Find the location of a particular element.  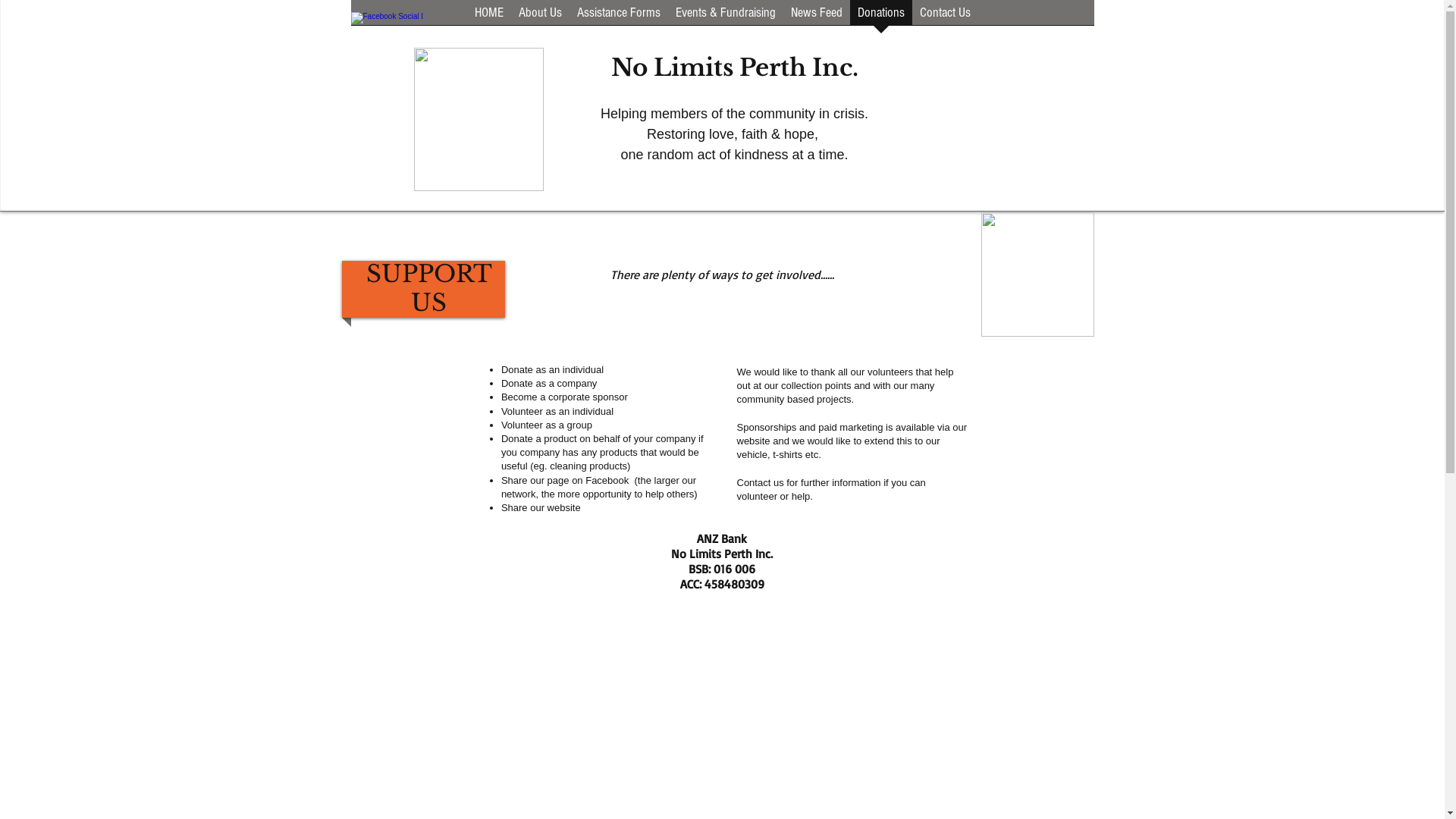

'Contact Us' is located at coordinates (943, 17).